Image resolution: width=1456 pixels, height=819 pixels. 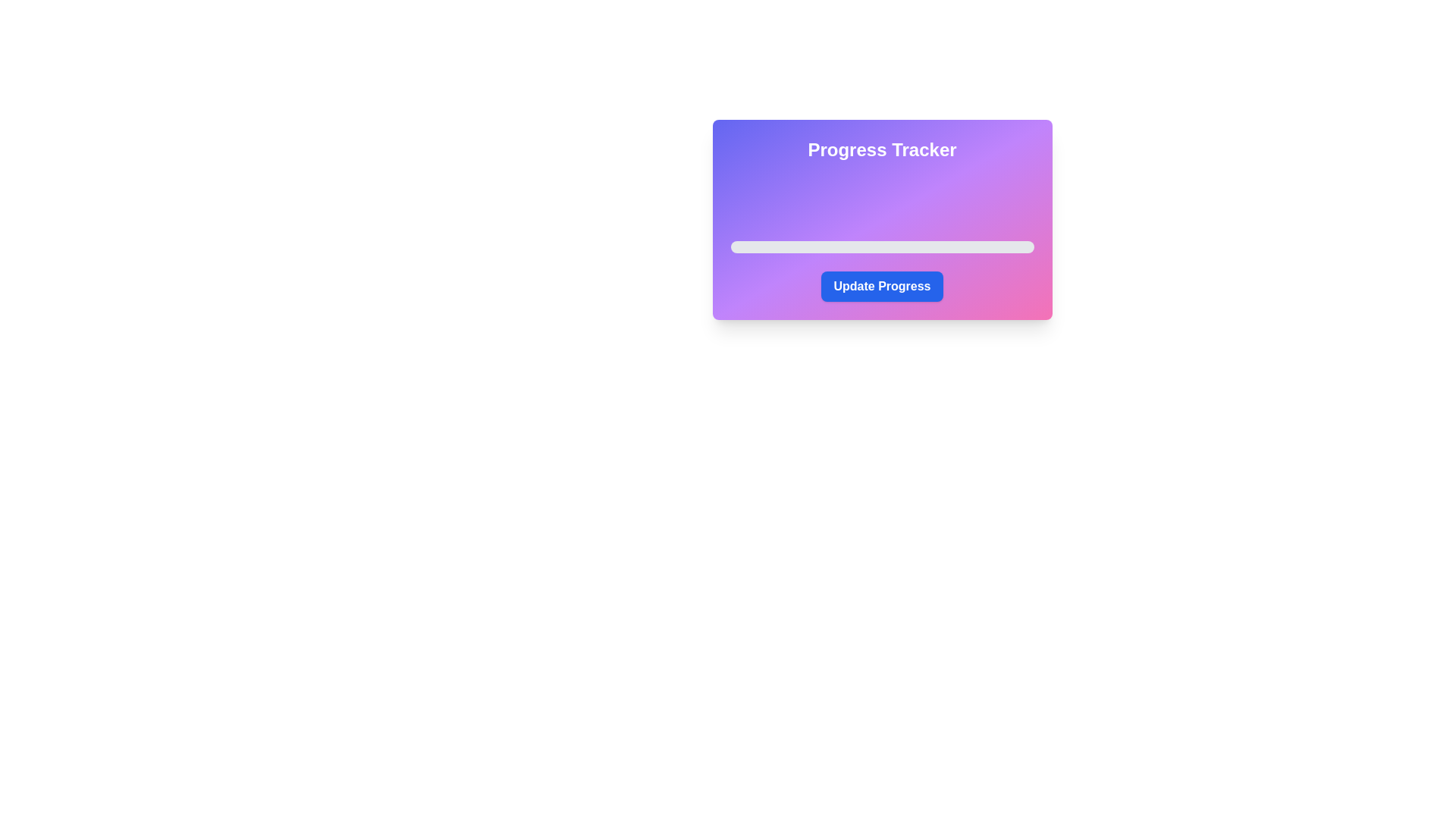 What do you see at coordinates (882, 287) in the screenshot?
I see `the interactive update button located at the bottom center of the card interface, just below the horizontal progress bar, to change its style` at bounding box center [882, 287].